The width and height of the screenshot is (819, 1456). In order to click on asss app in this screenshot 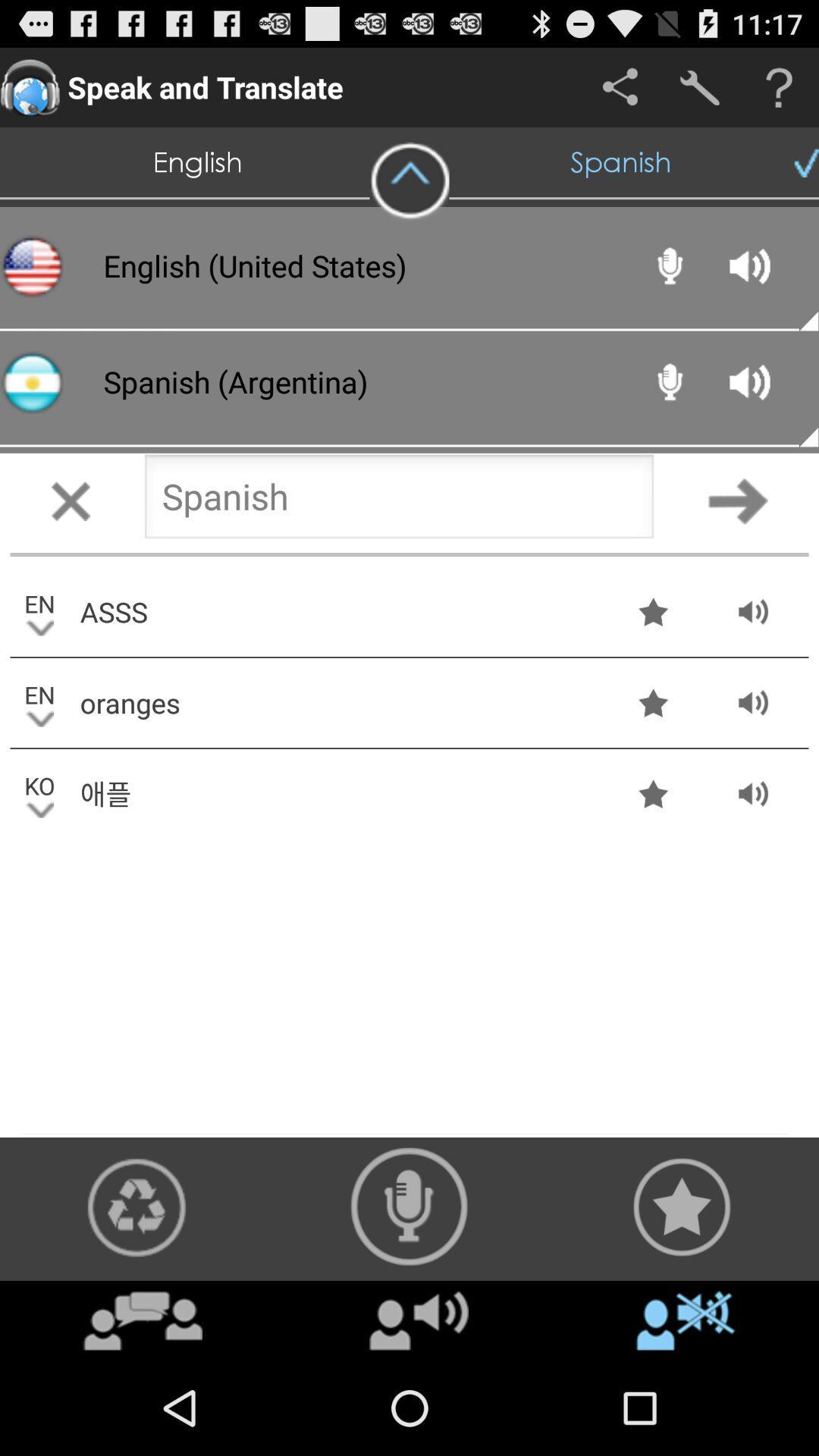, I will do `click(338, 611)`.